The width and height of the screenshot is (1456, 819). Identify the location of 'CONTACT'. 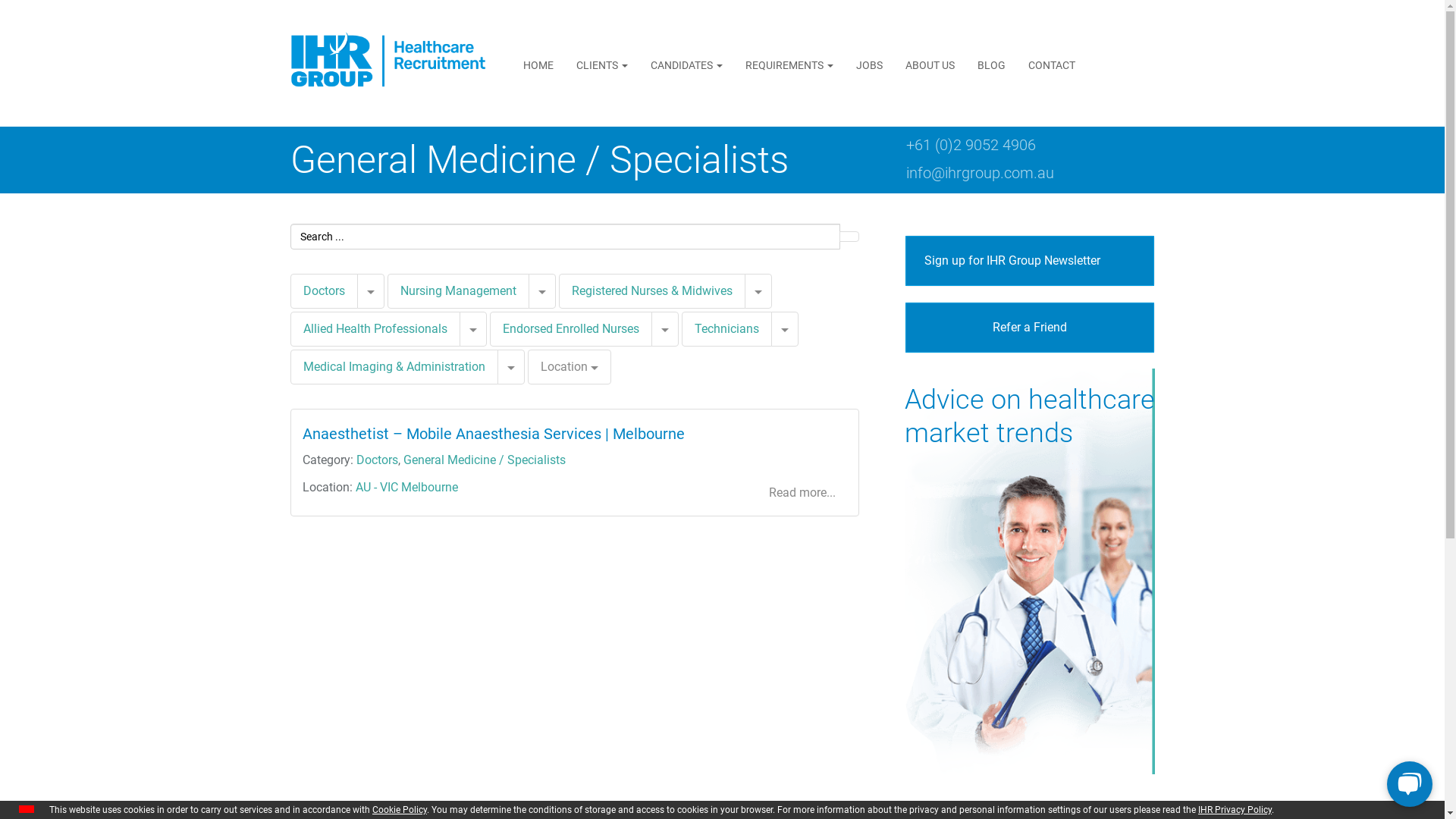
(1051, 64).